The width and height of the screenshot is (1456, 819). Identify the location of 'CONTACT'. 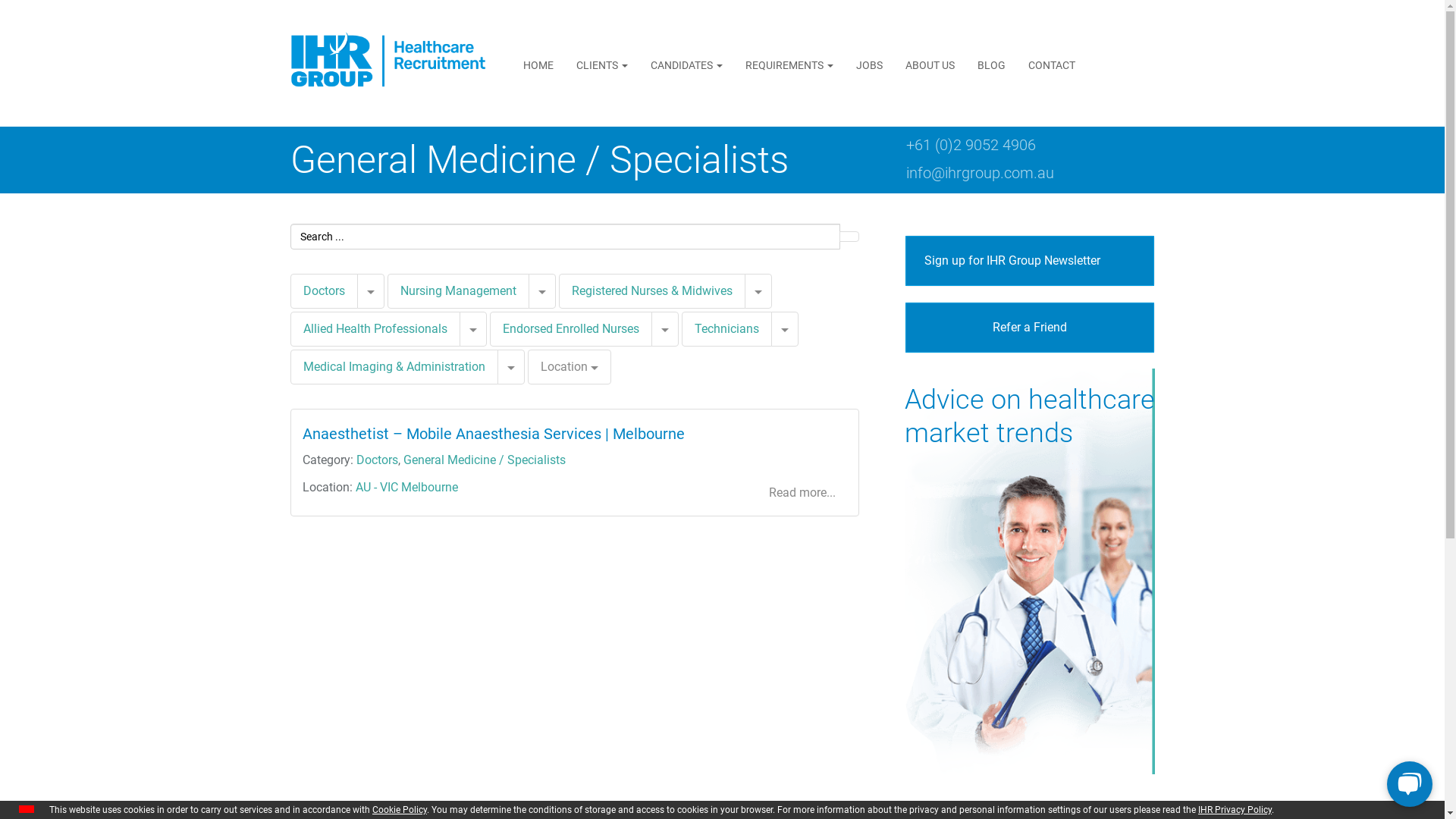
(1051, 64).